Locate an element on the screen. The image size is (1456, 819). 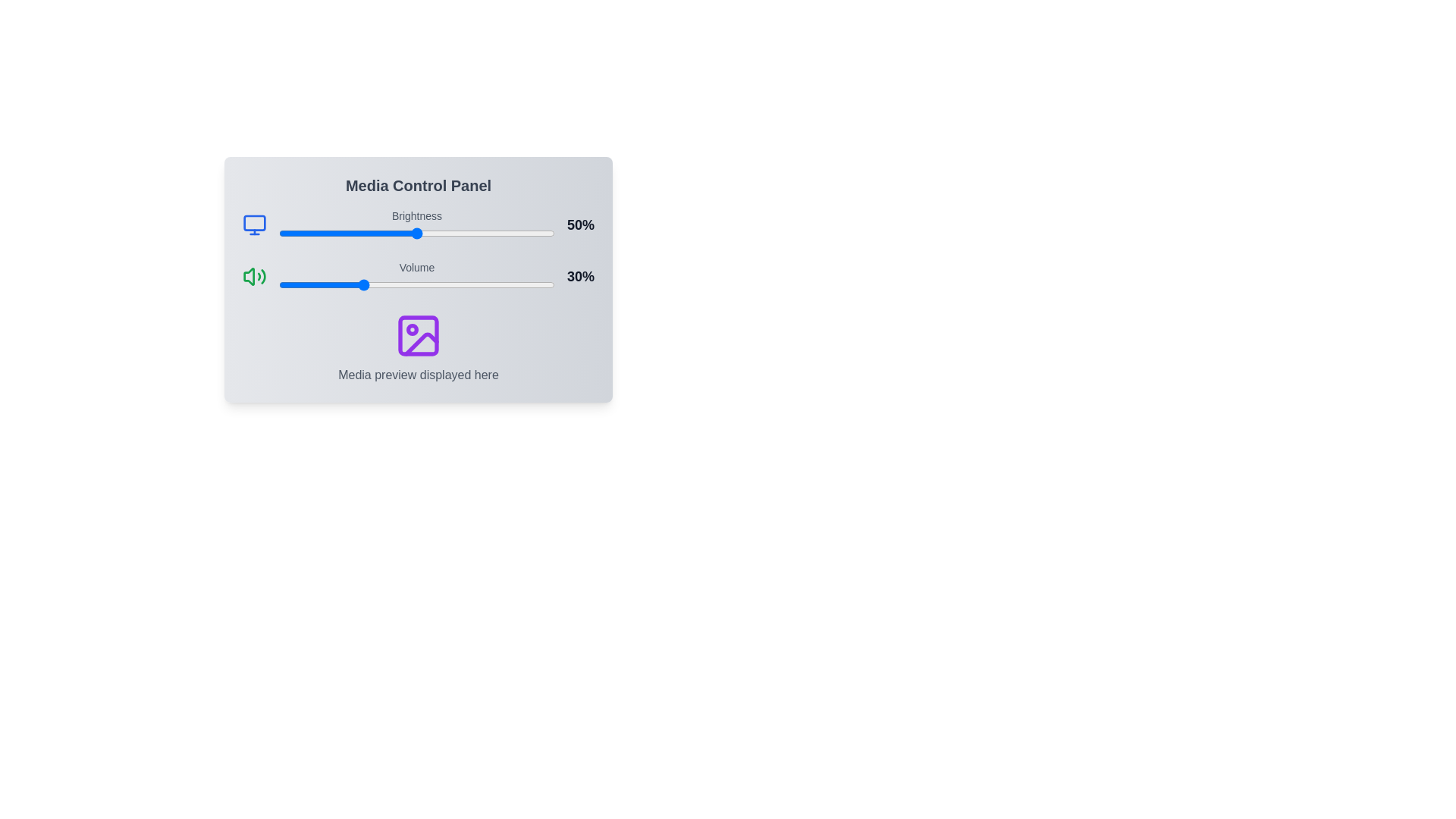
the brightness slider to set the brightness level to 17 is located at coordinates (325, 234).